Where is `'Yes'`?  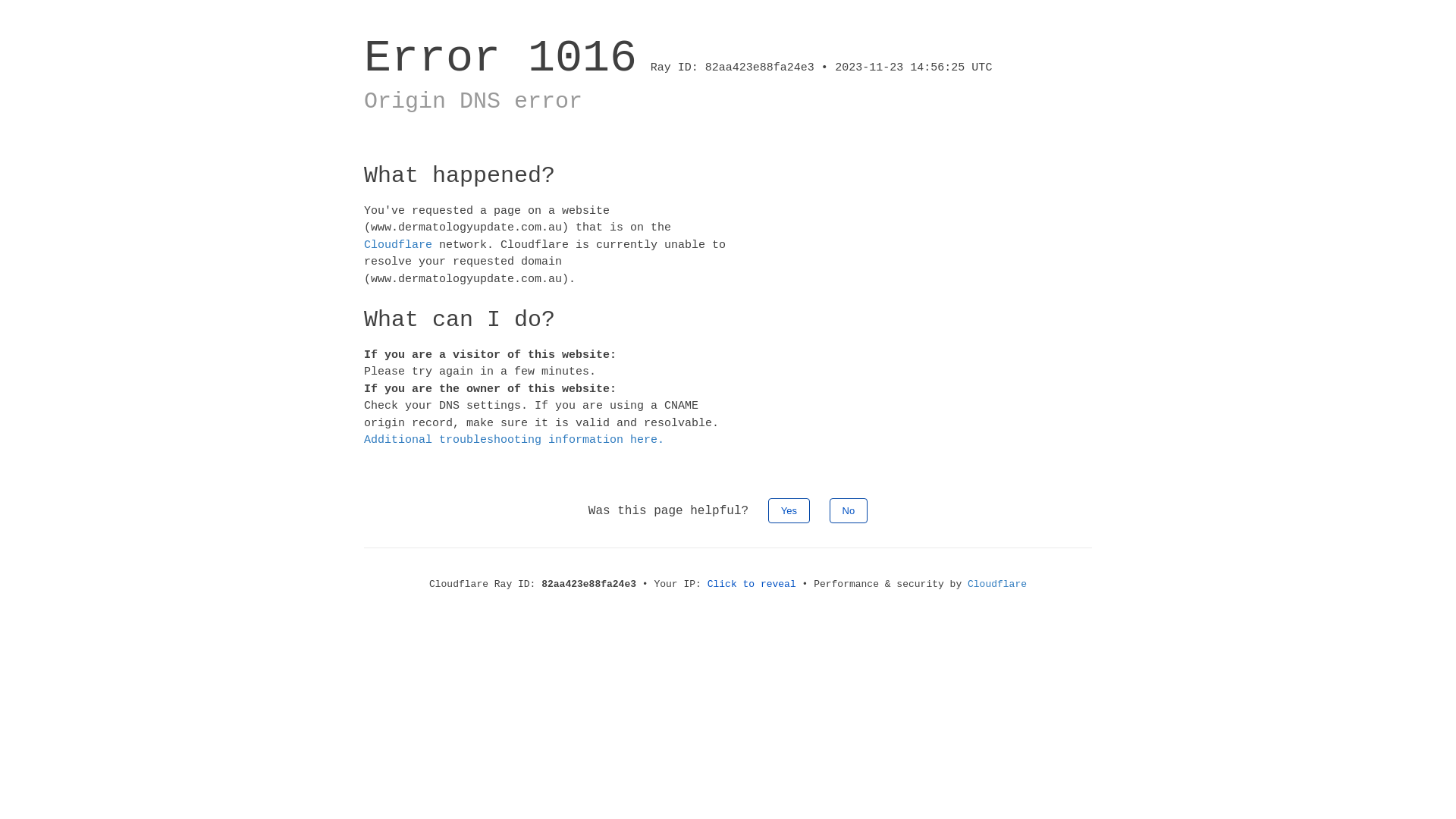
'Yes' is located at coordinates (789, 510).